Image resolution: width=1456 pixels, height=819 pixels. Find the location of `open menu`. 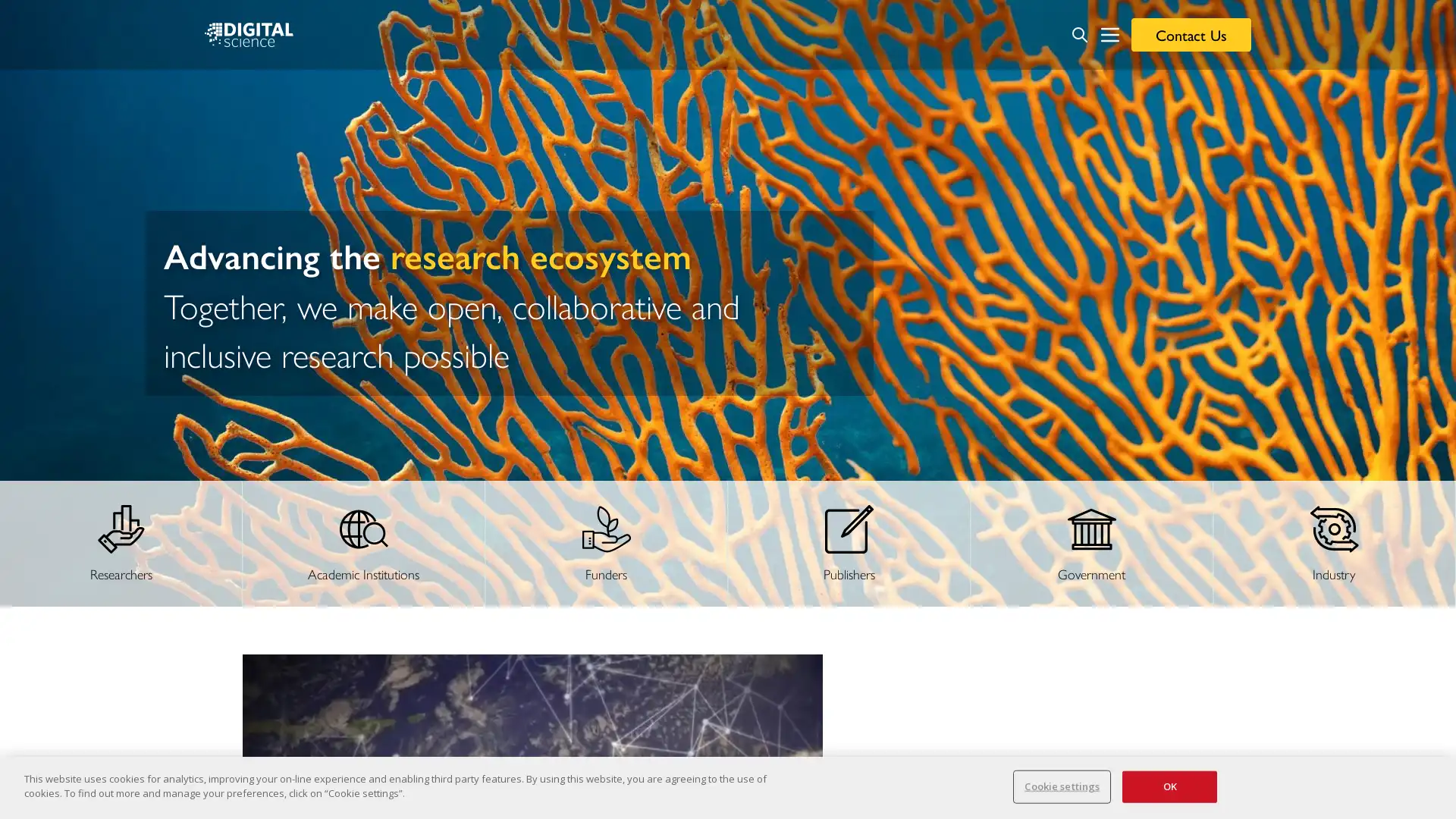

open menu is located at coordinates (1110, 34).